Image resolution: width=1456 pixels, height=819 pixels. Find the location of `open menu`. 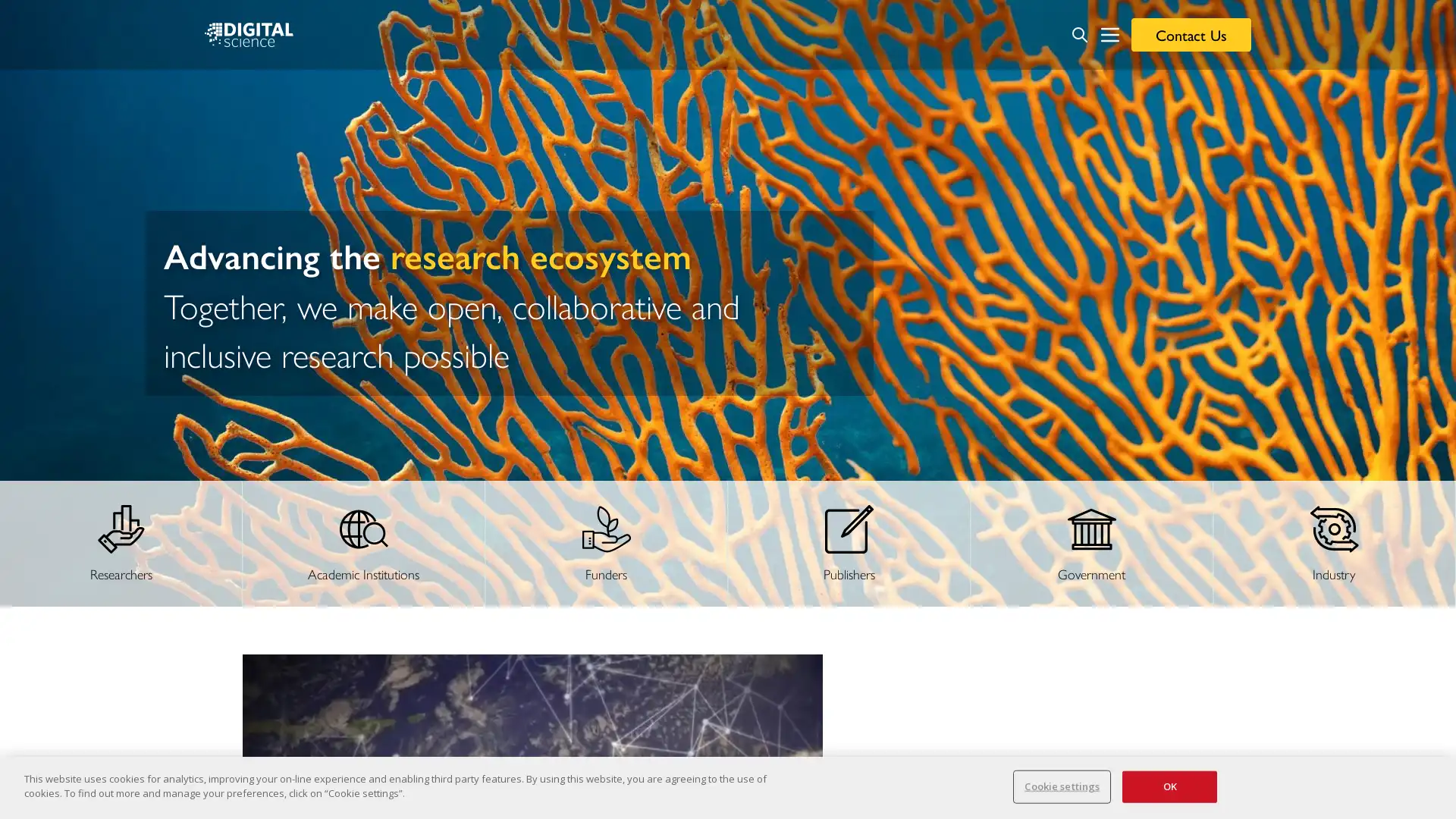

open menu is located at coordinates (1110, 34).